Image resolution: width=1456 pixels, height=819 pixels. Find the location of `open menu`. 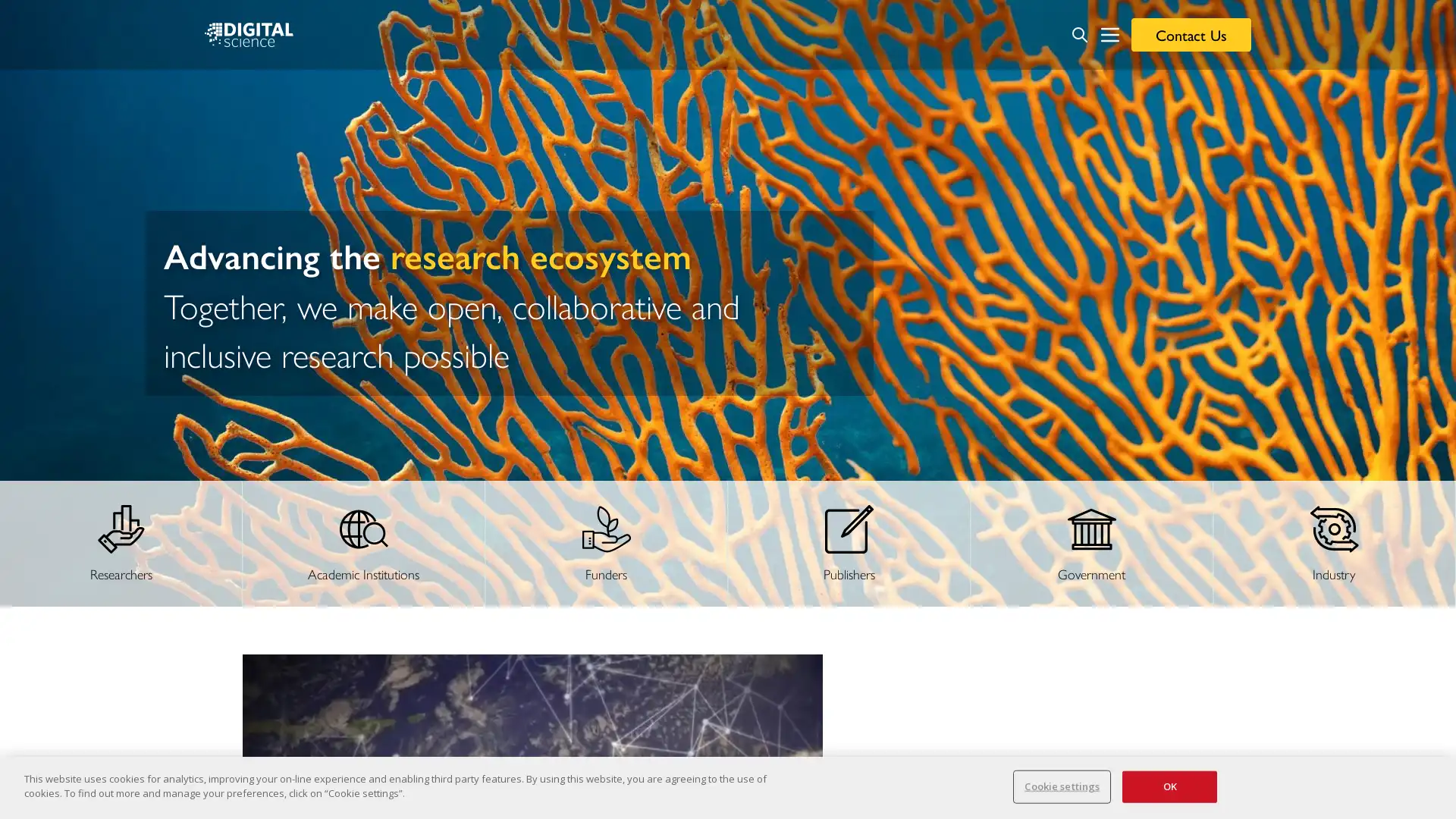

open menu is located at coordinates (1110, 34).